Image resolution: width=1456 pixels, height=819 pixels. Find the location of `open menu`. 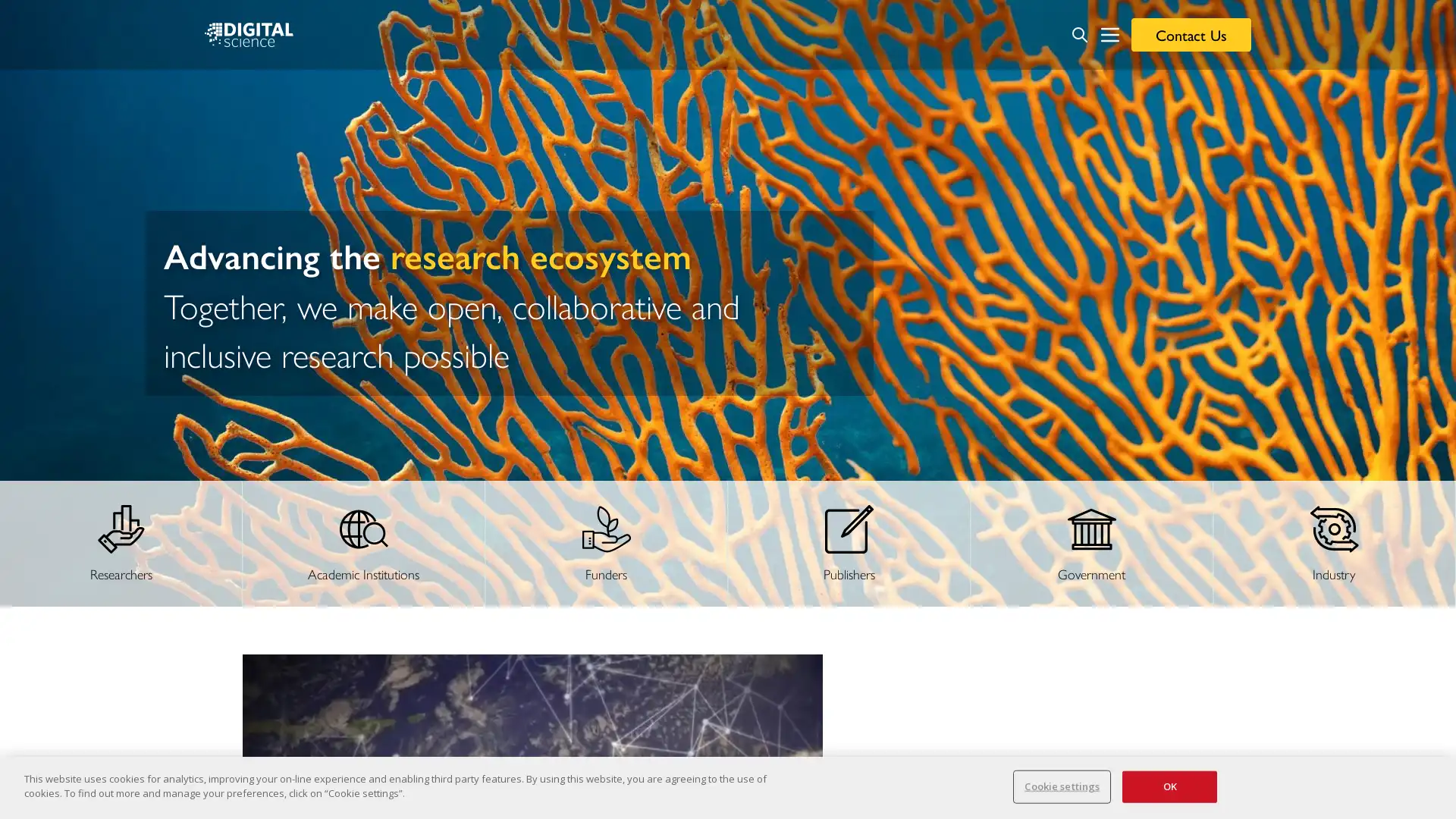

open menu is located at coordinates (1110, 34).